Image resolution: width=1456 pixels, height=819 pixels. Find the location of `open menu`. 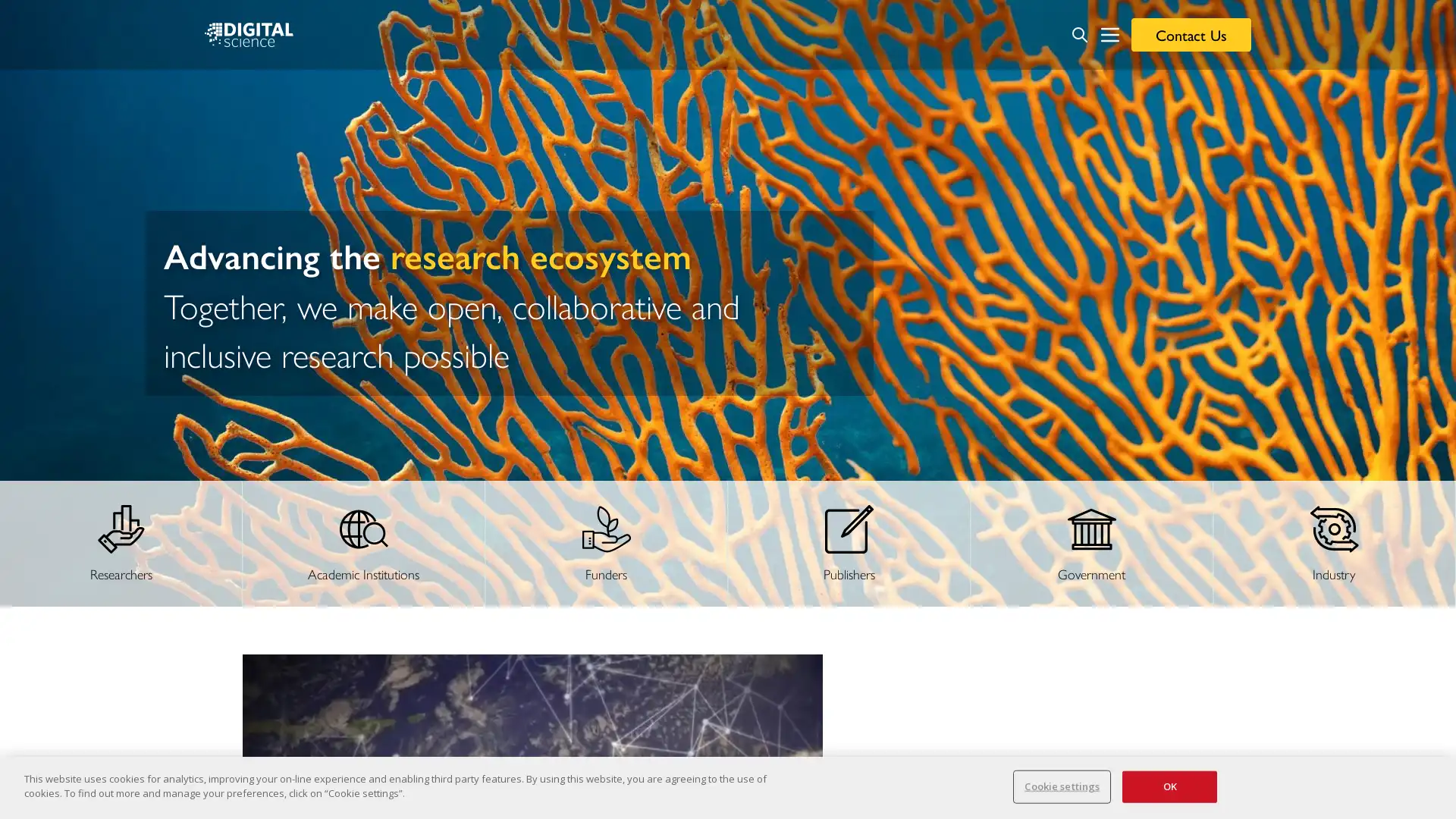

open menu is located at coordinates (1110, 34).